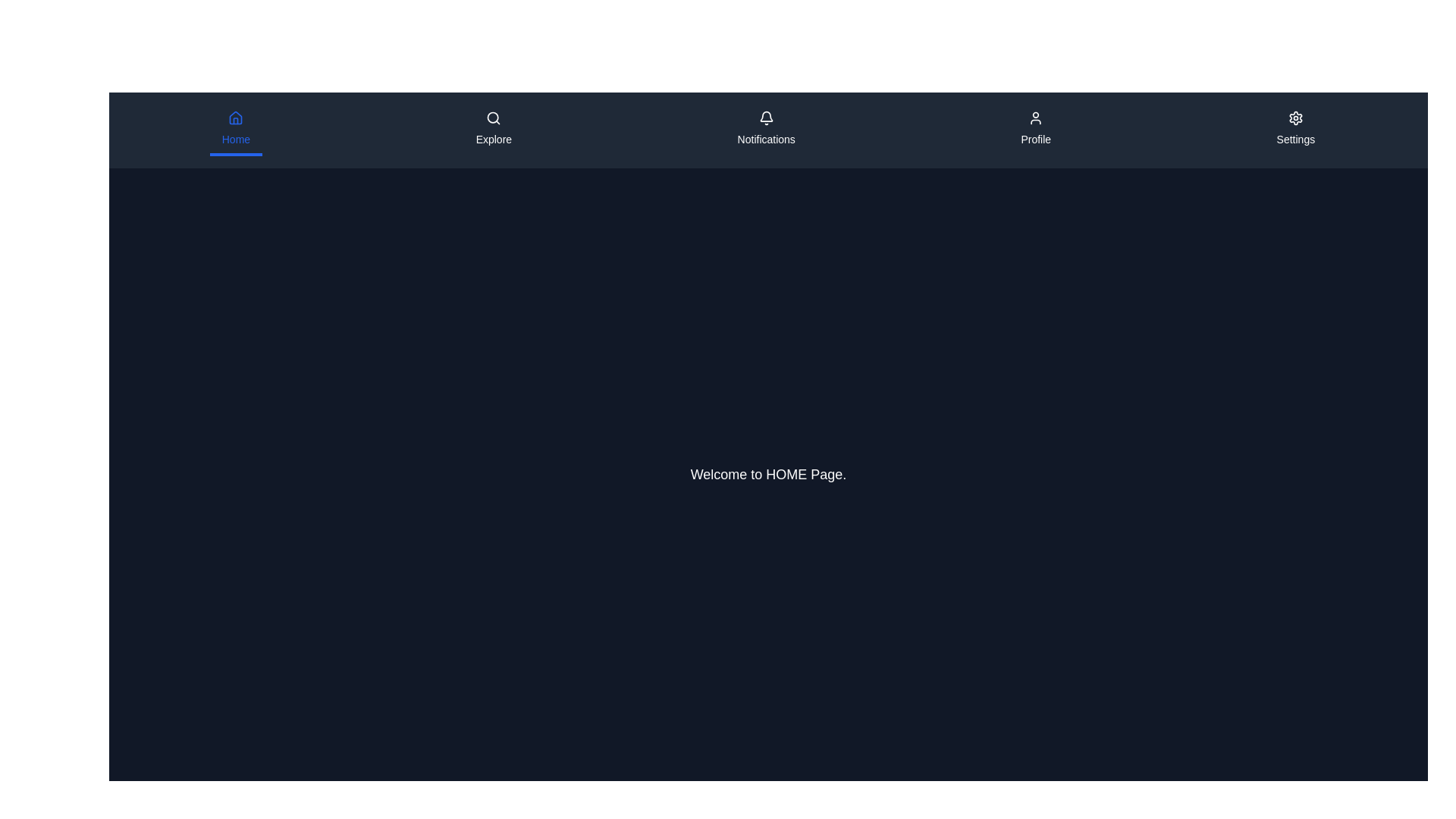 Image resolution: width=1456 pixels, height=819 pixels. Describe the element at coordinates (494, 140) in the screenshot. I see `the 'Explore' text label located beneath the search icon in the top navigation bar` at that location.